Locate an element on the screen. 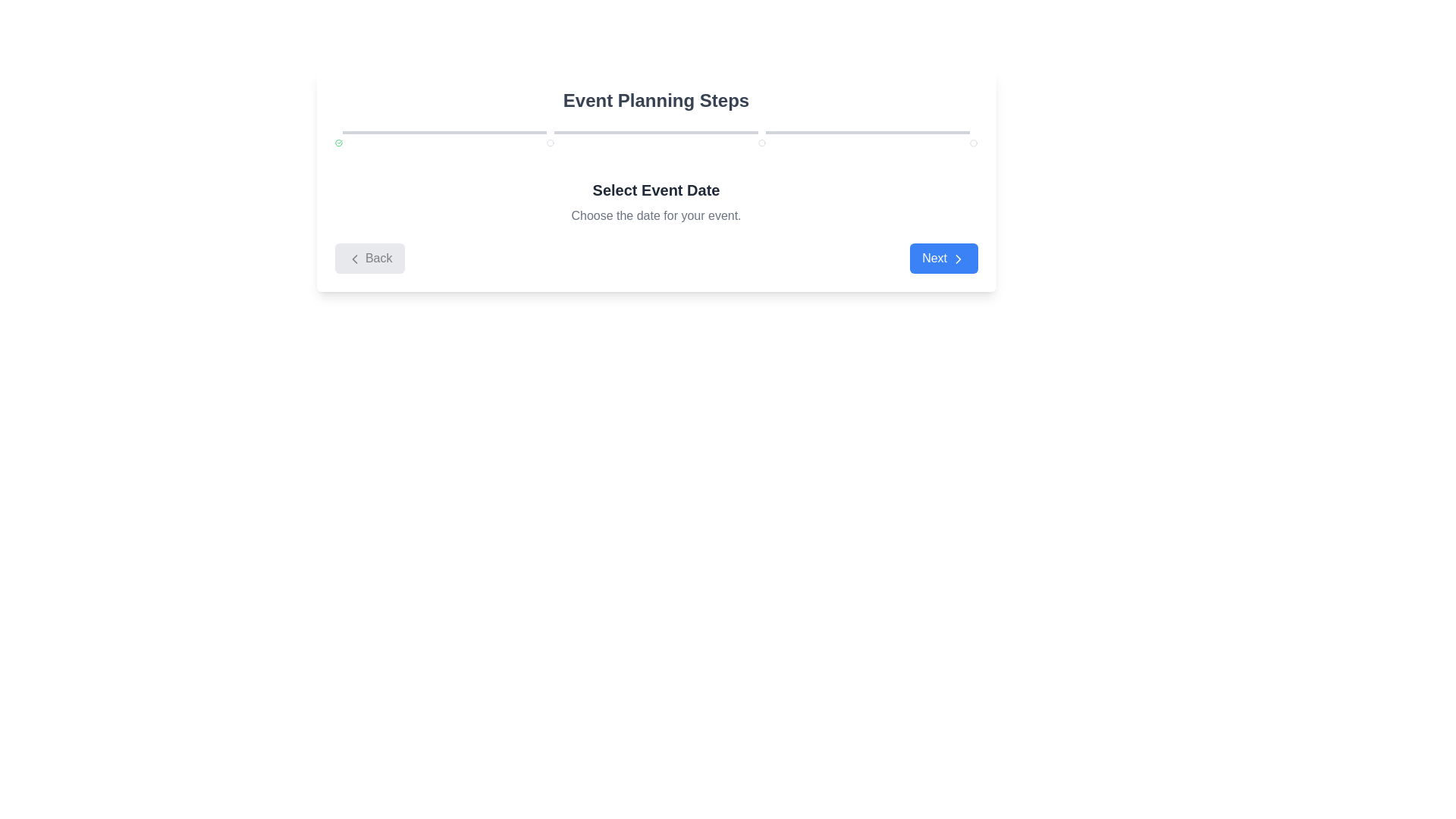 The width and height of the screenshot is (1456, 819). the green circular icon with a checkmark inside, which is the first icon in a sequence of four icons representing progress at the top of the interface is located at coordinates (337, 143).